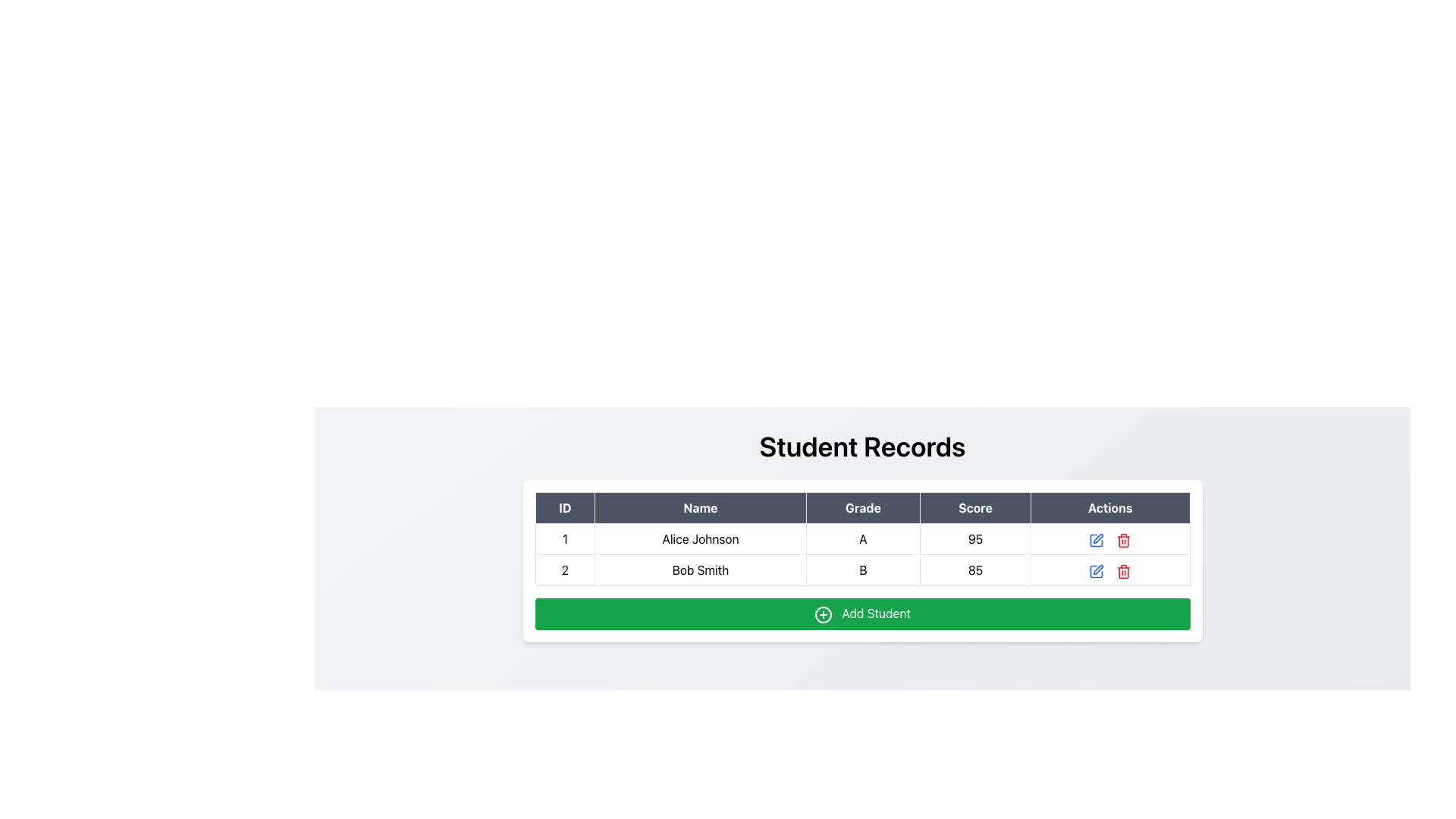 The width and height of the screenshot is (1456, 819). What do you see at coordinates (862, 613) in the screenshot?
I see `the action button located beneath the student records table` at bounding box center [862, 613].